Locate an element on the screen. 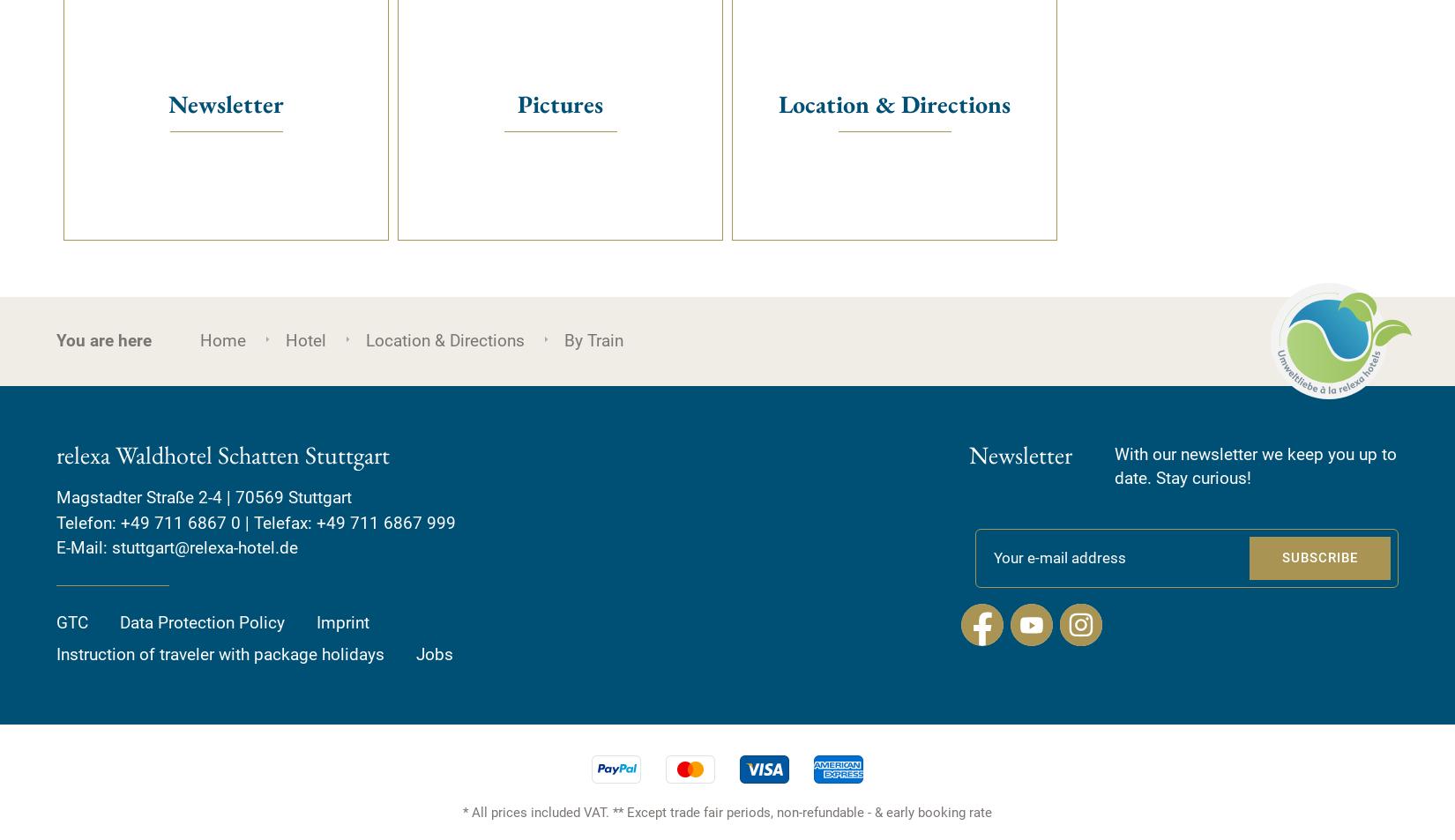 The height and width of the screenshot is (840, 1455). 'Jobs' is located at coordinates (434, 654).